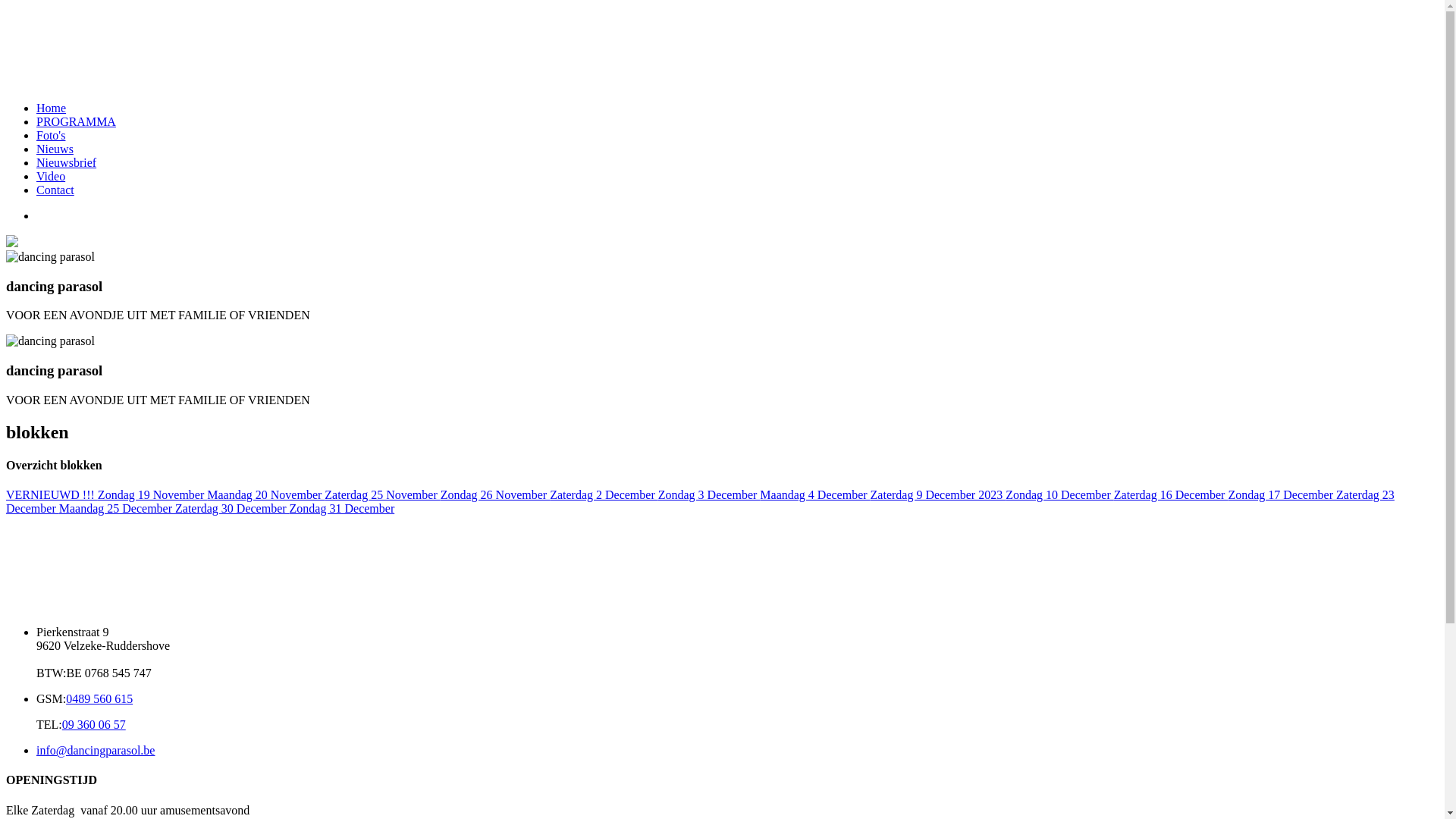  I want to click on 'PROGRAMMA', so click(75, 121).